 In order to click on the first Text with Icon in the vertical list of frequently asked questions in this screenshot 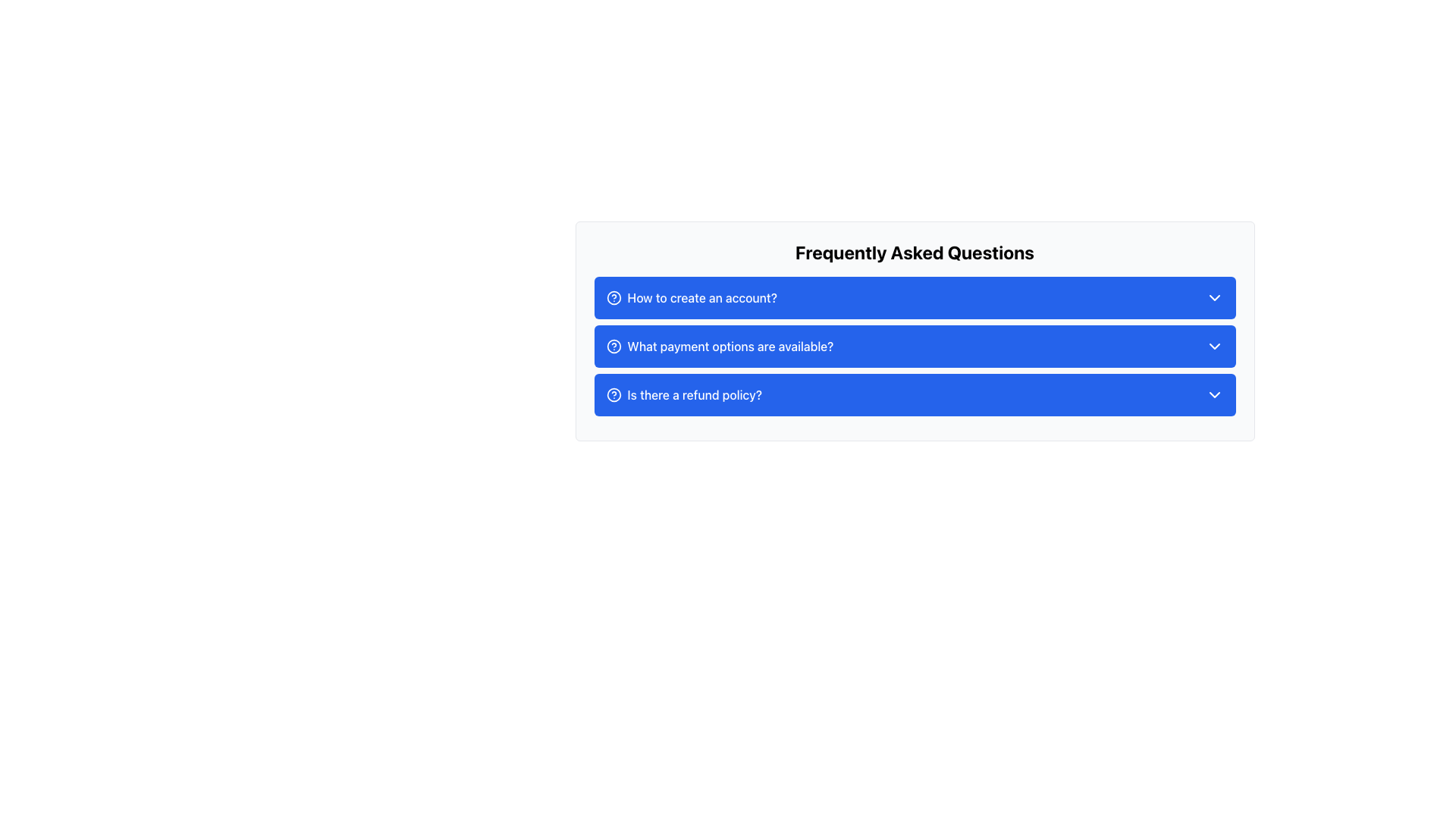, I will do `click(691, 298)`.